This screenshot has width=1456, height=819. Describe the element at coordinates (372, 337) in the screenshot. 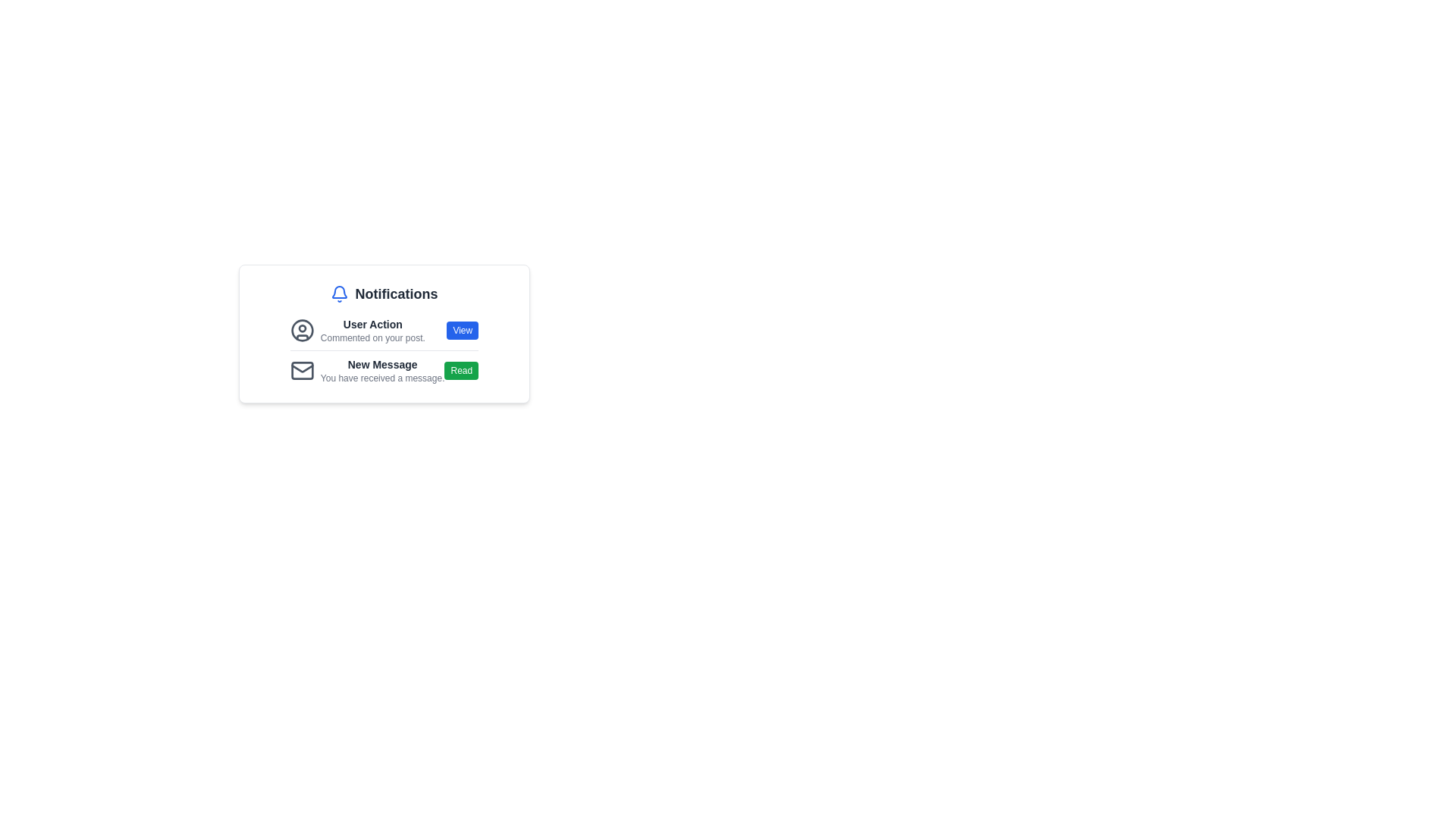

I see `text label that provides context about a comment added to the user's post, positioned under 'User Action' within the notification card` at that location.